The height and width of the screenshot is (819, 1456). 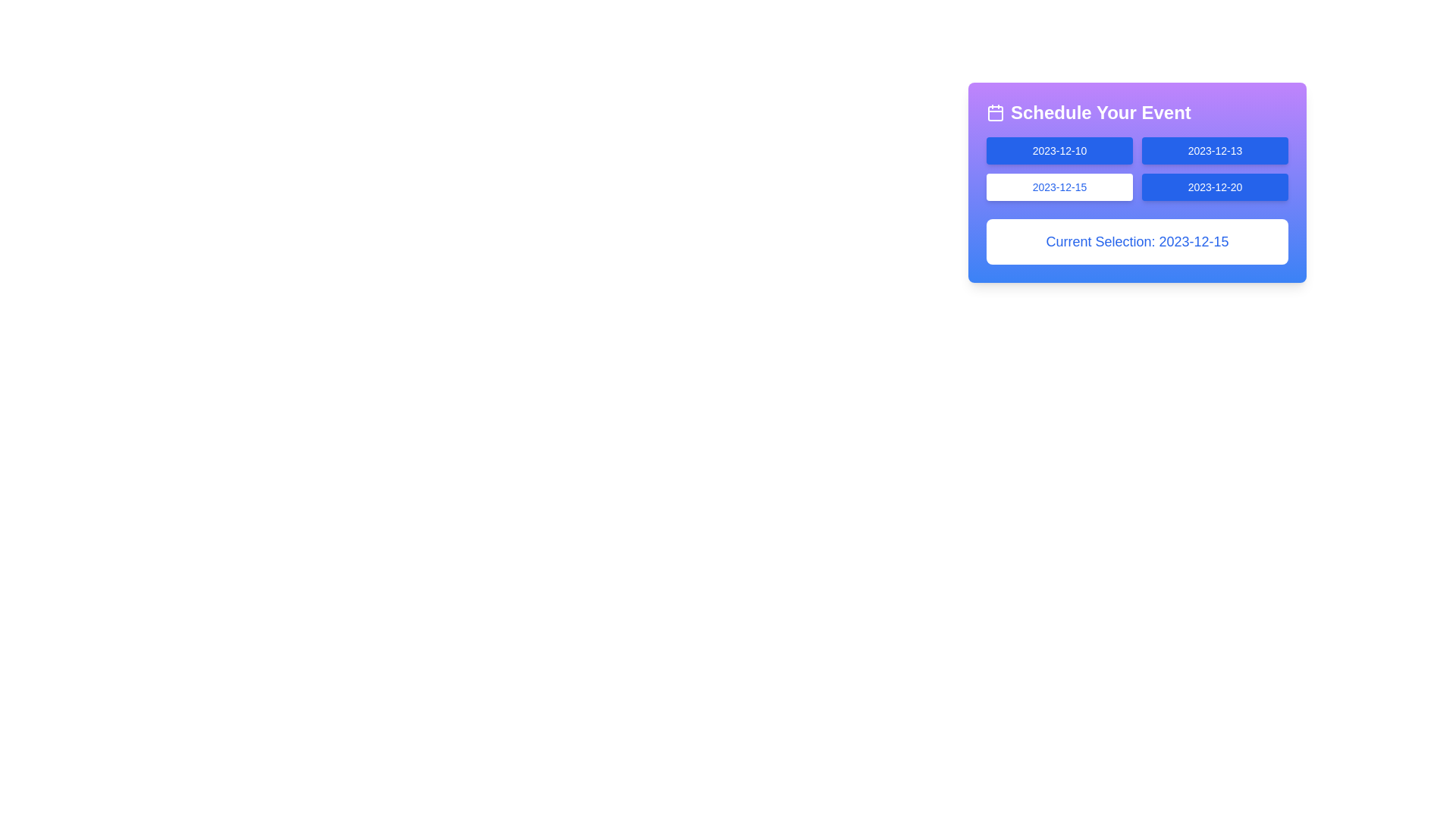 I want to click on the Heading element located at the top of the card with a gradient purple background, which provides a heading for scheduling an event, so click(x=1137, y=112).